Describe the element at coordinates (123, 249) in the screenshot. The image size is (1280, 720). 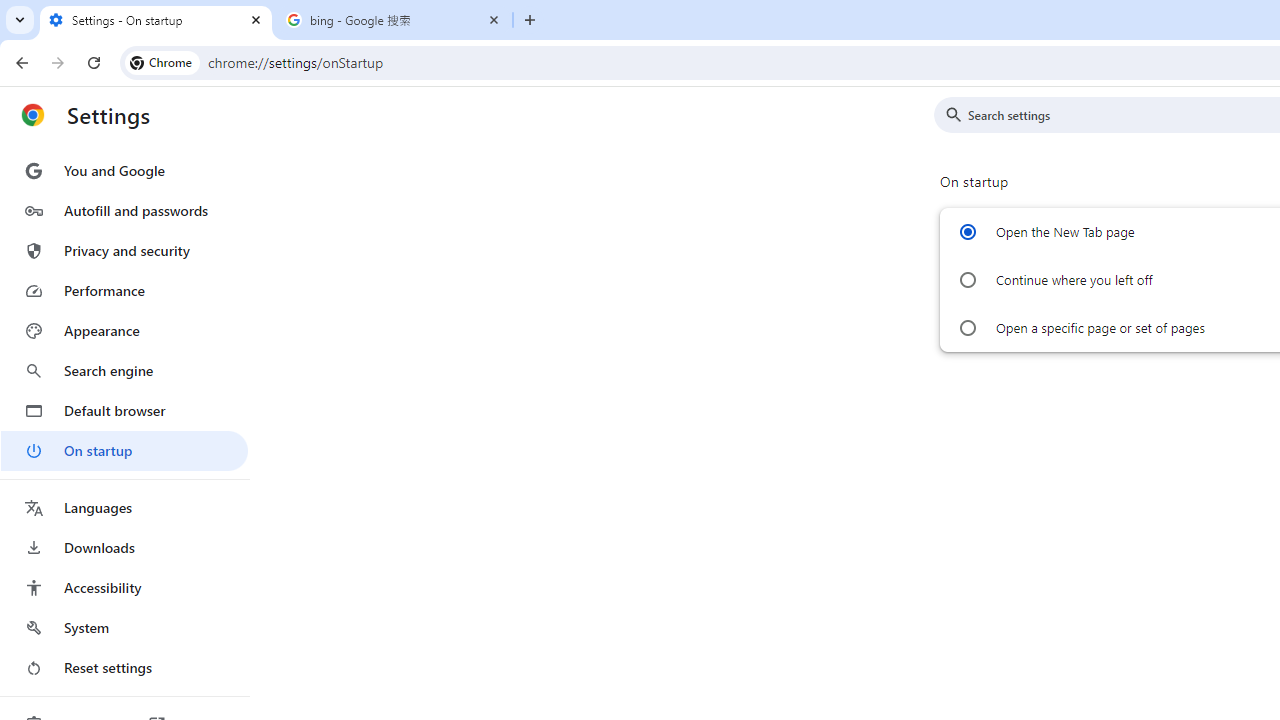
I see `'Privacy and security'` at that location.